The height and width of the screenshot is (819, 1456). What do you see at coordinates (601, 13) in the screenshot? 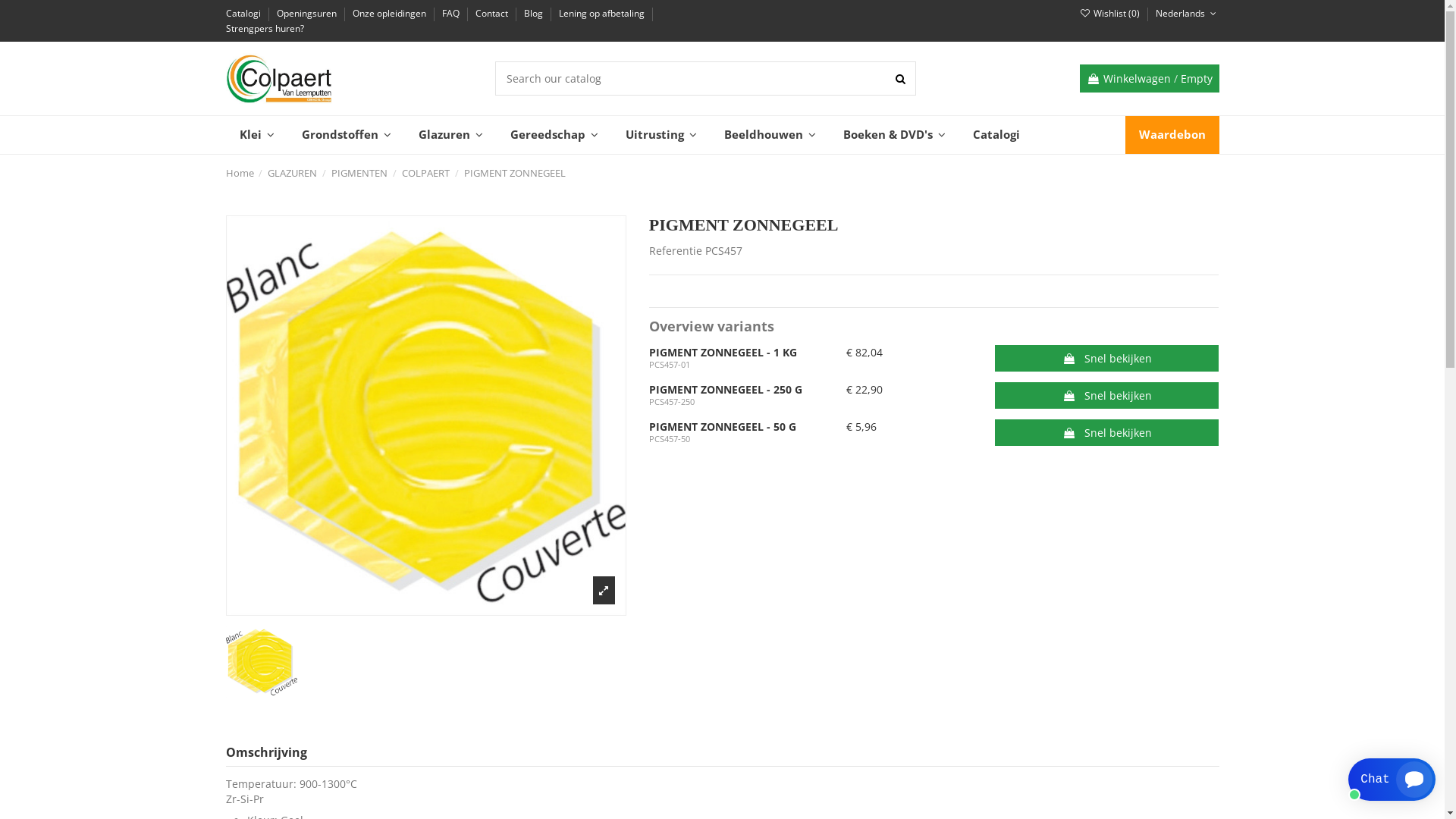
I see `'Lening op afbetaling'` at bounding box center [601, 13].